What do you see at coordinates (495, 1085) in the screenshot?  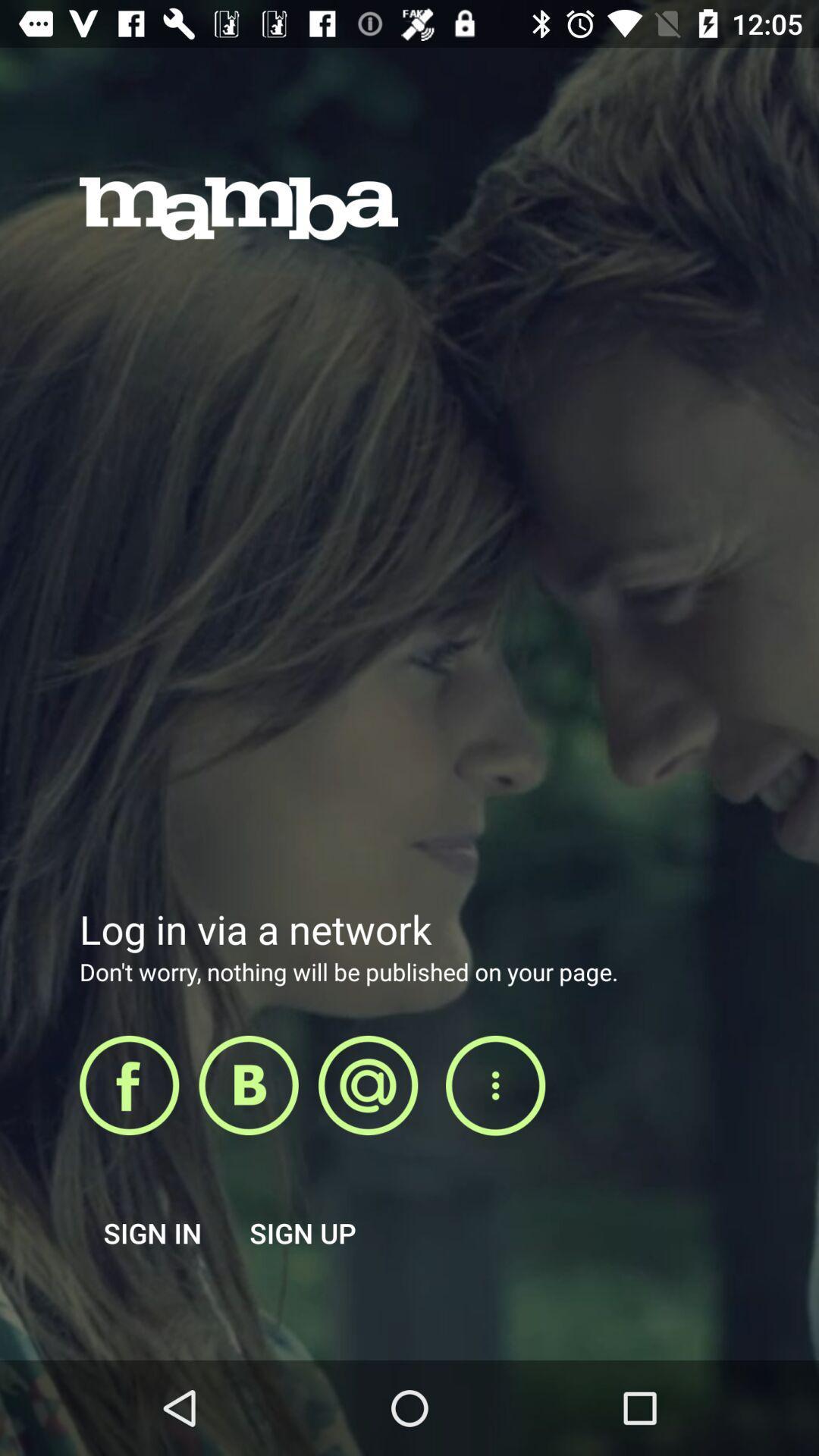 I see `more options` at bounding box center [495, 1085].